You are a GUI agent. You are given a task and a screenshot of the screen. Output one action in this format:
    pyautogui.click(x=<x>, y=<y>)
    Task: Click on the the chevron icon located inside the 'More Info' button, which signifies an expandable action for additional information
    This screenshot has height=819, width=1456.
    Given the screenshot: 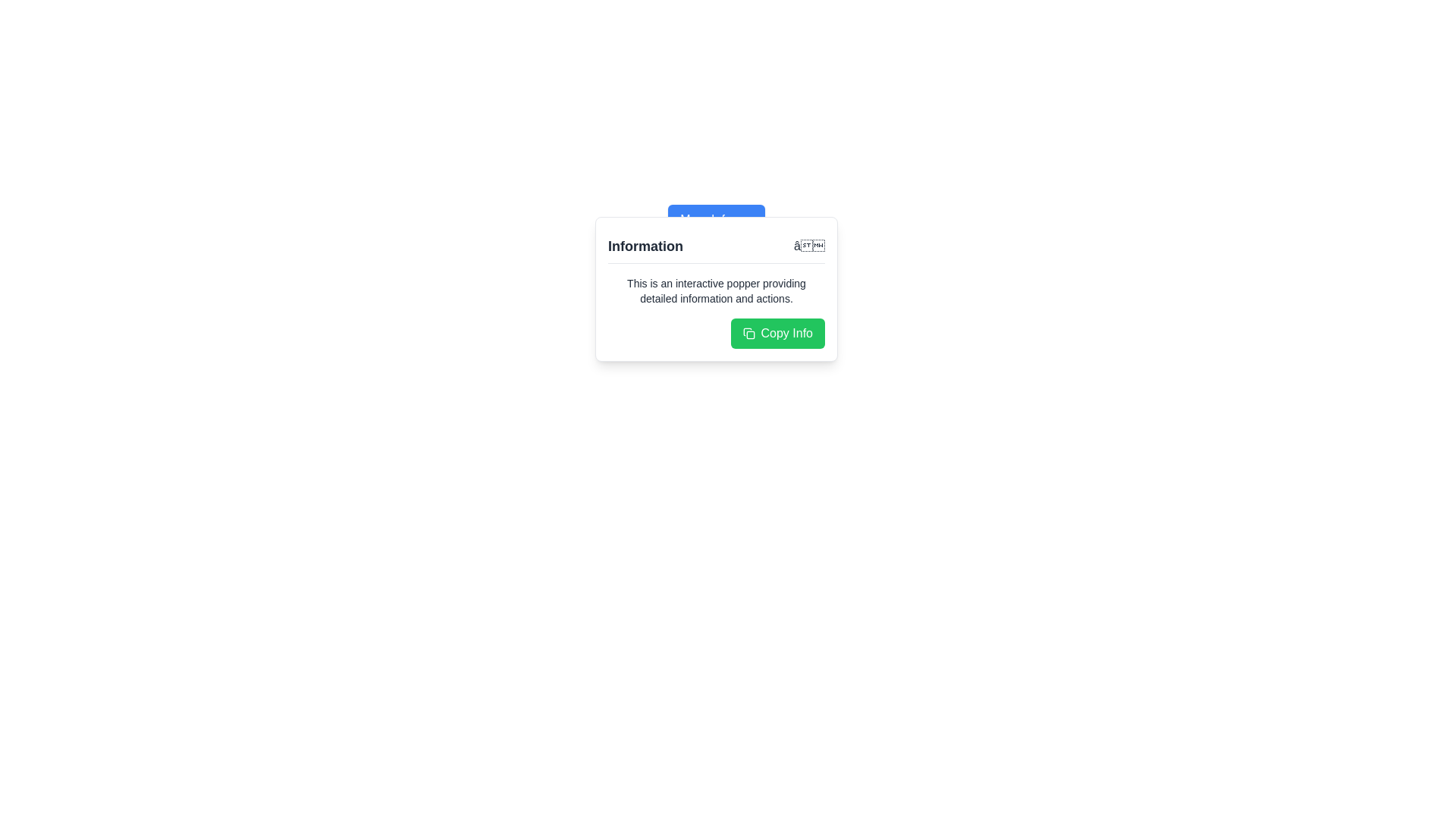 What is the action you would take?
    pyautogui.click(x=745, y=219)
    